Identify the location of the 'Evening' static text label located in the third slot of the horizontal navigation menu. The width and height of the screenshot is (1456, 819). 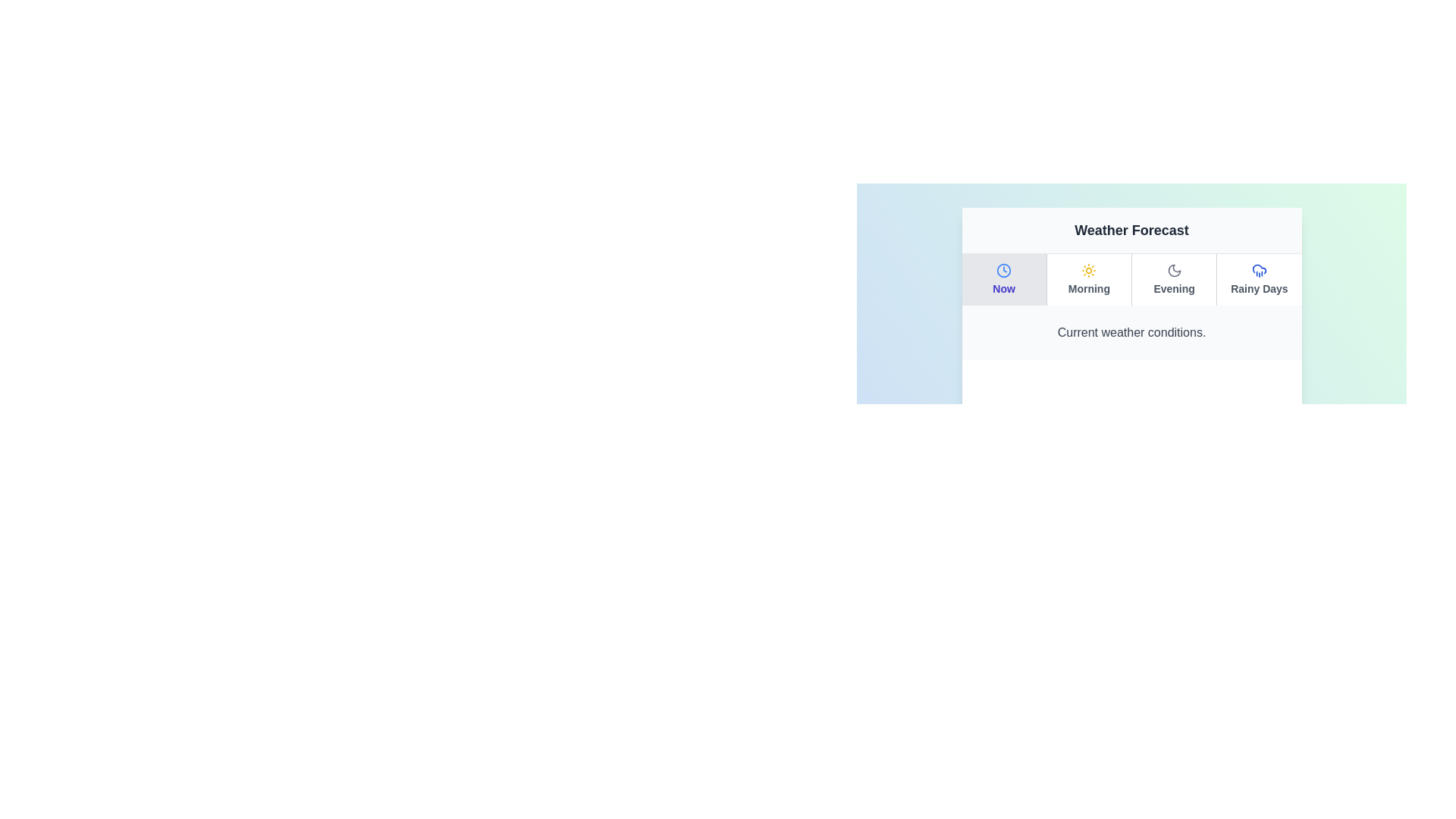
(1173, 289).